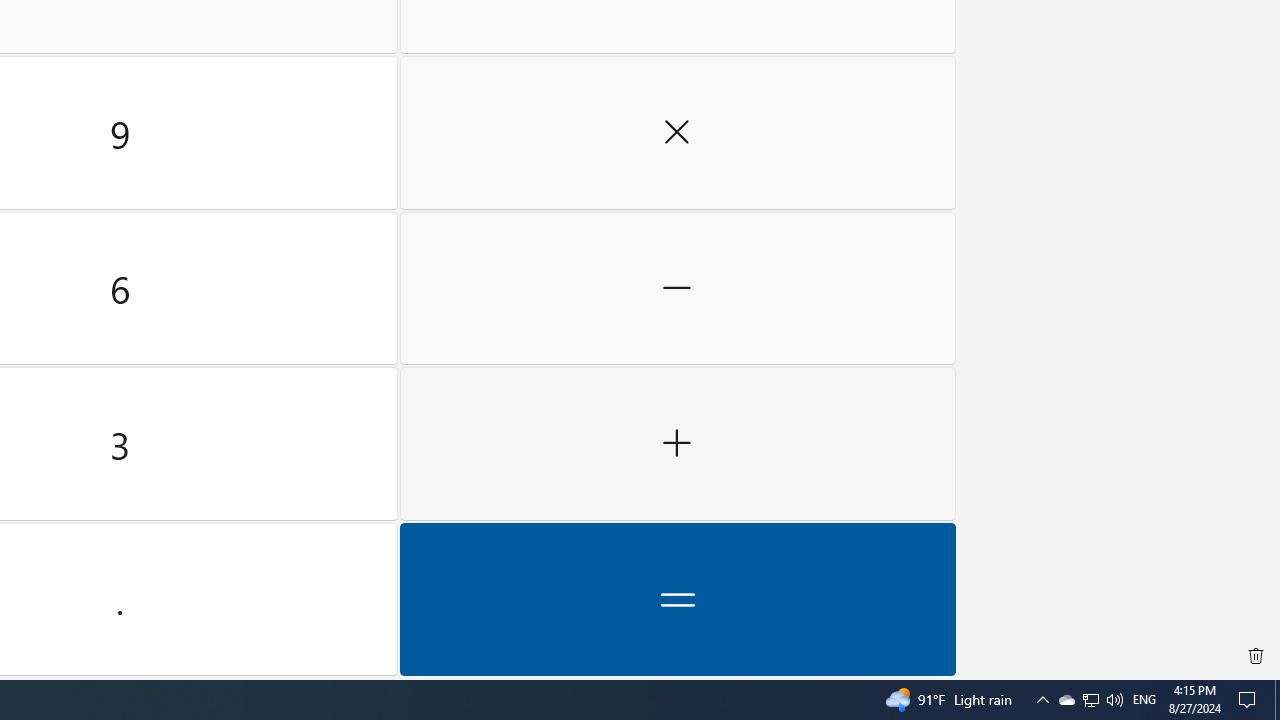 The width and height of the screenshot is (1280, 720). What do you see at coordinates (1089, 698) in the screenshot?
I see `'User Promoted Notification Area'` at bounding box center [1089, 698].